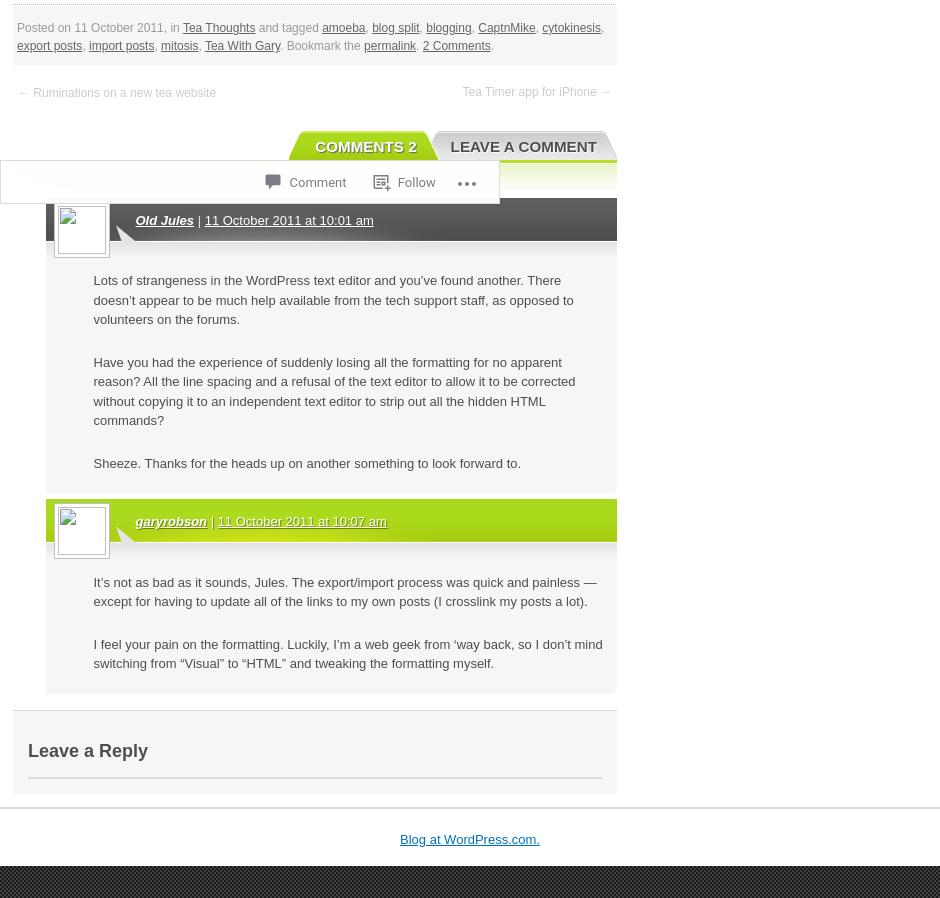 The image size is (940, 898). What do you see at coordinates (317, 181) in the screenshot?
I see `'Comment'` at bounding box center [317, 181].